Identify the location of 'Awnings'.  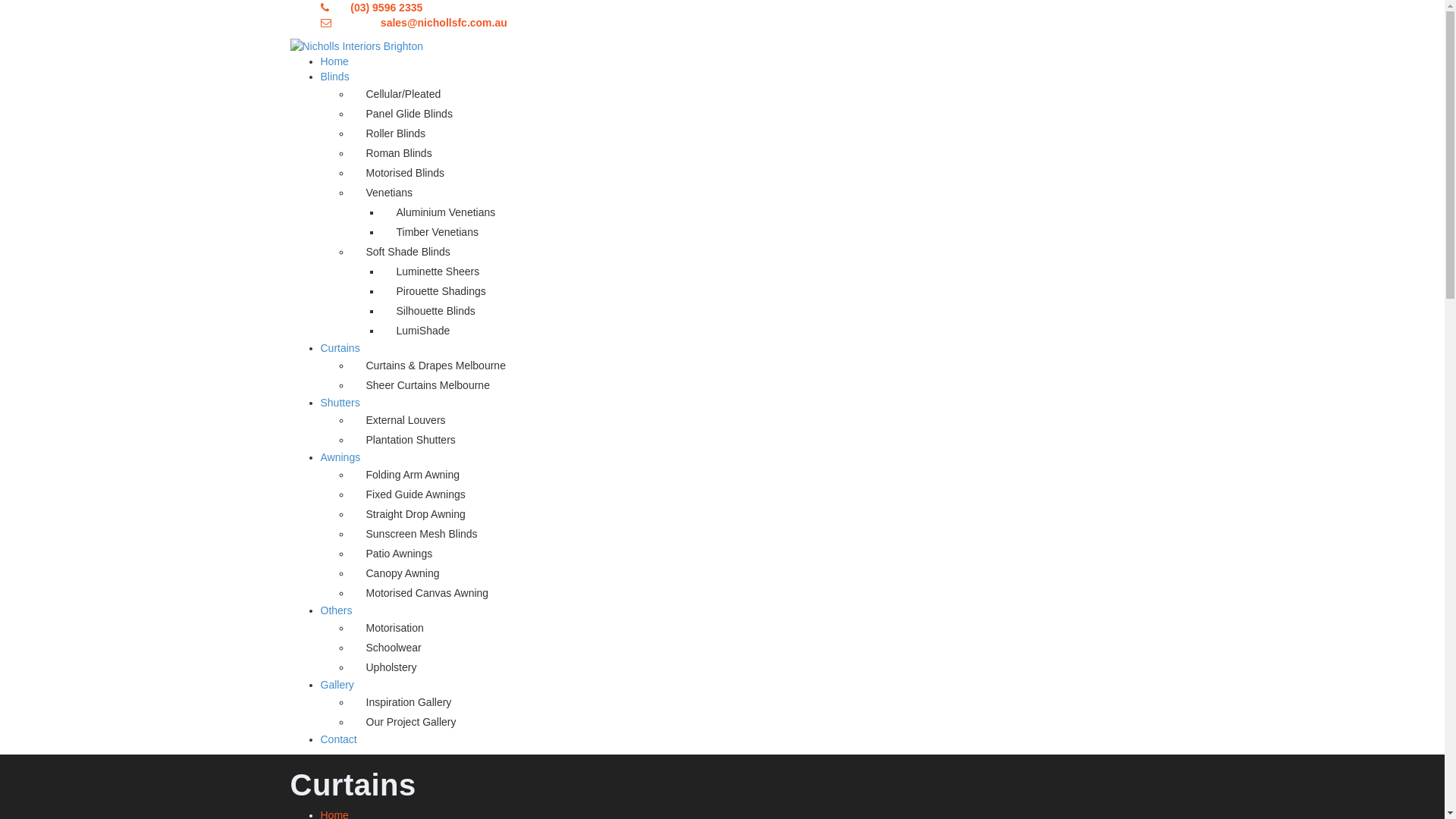
(339, 456).